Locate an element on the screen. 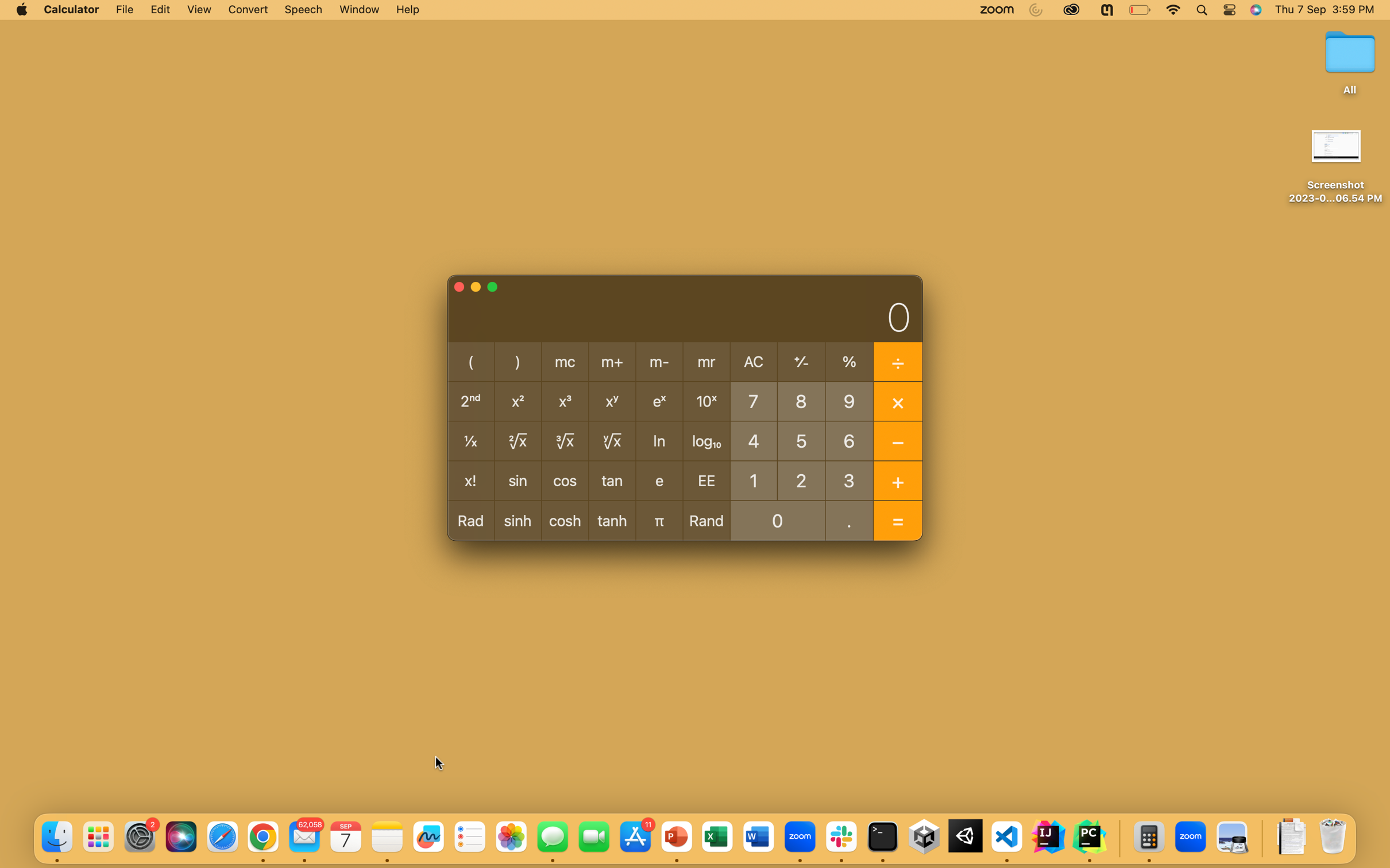 This screenshot has height=868, width=1390. Determine the square root of the number 64 is located at coordinates (848, 440).